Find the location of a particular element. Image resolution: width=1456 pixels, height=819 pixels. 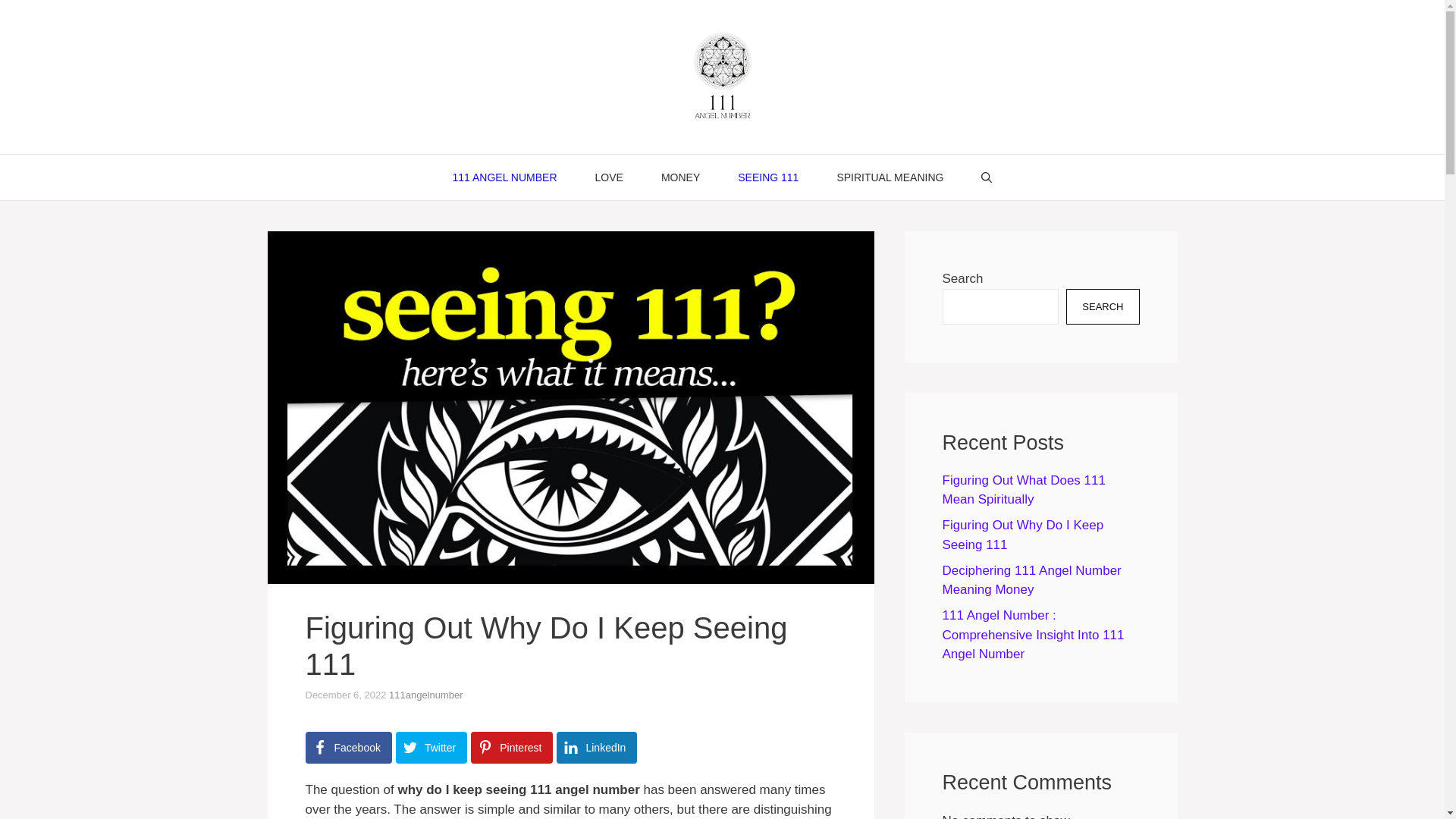

'Deciphering 111 Angel Number Meaning Money' is located at coordinates (1031, 580).